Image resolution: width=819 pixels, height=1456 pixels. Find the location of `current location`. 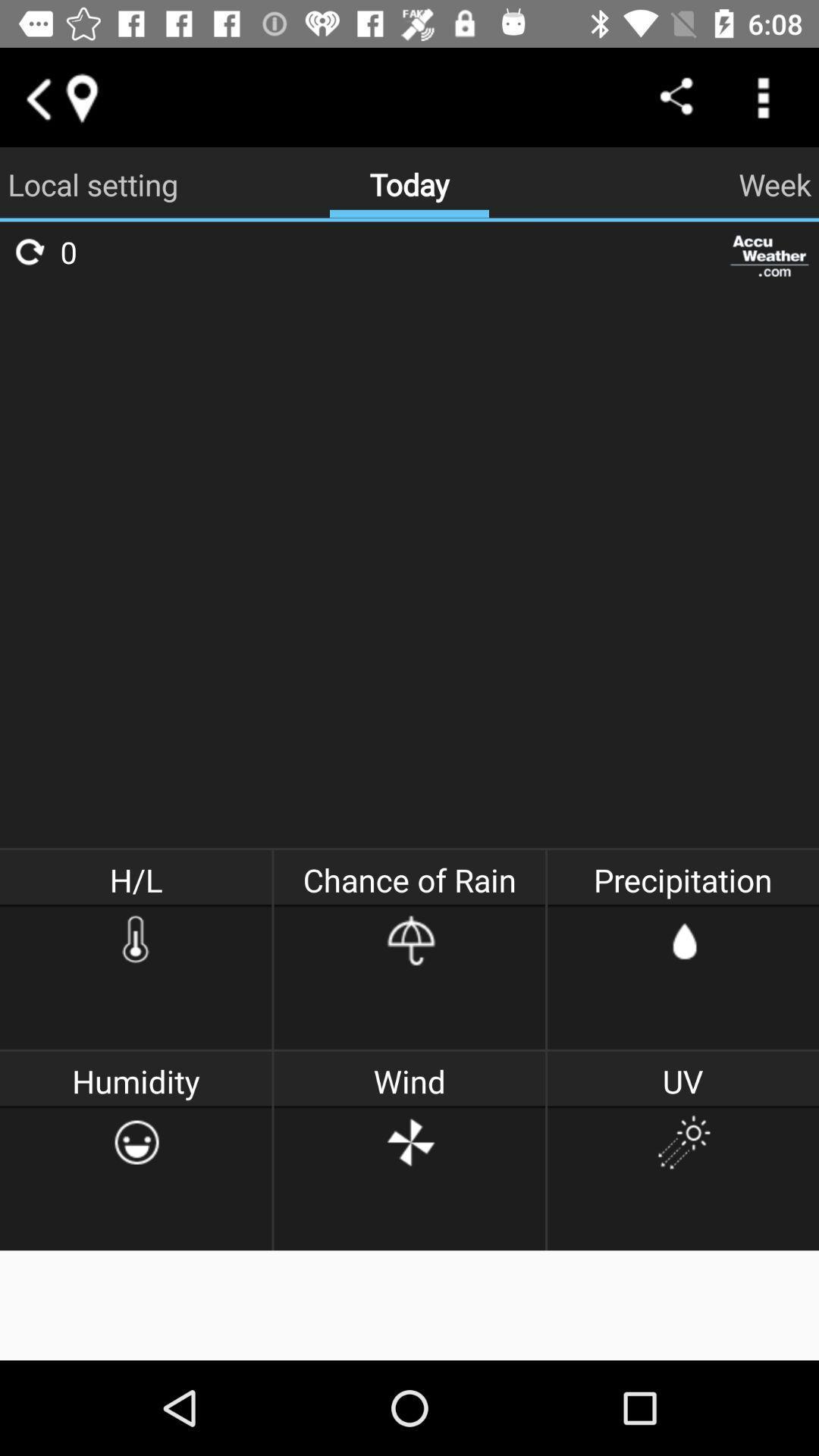

current location is located at coordinates (81, 96).